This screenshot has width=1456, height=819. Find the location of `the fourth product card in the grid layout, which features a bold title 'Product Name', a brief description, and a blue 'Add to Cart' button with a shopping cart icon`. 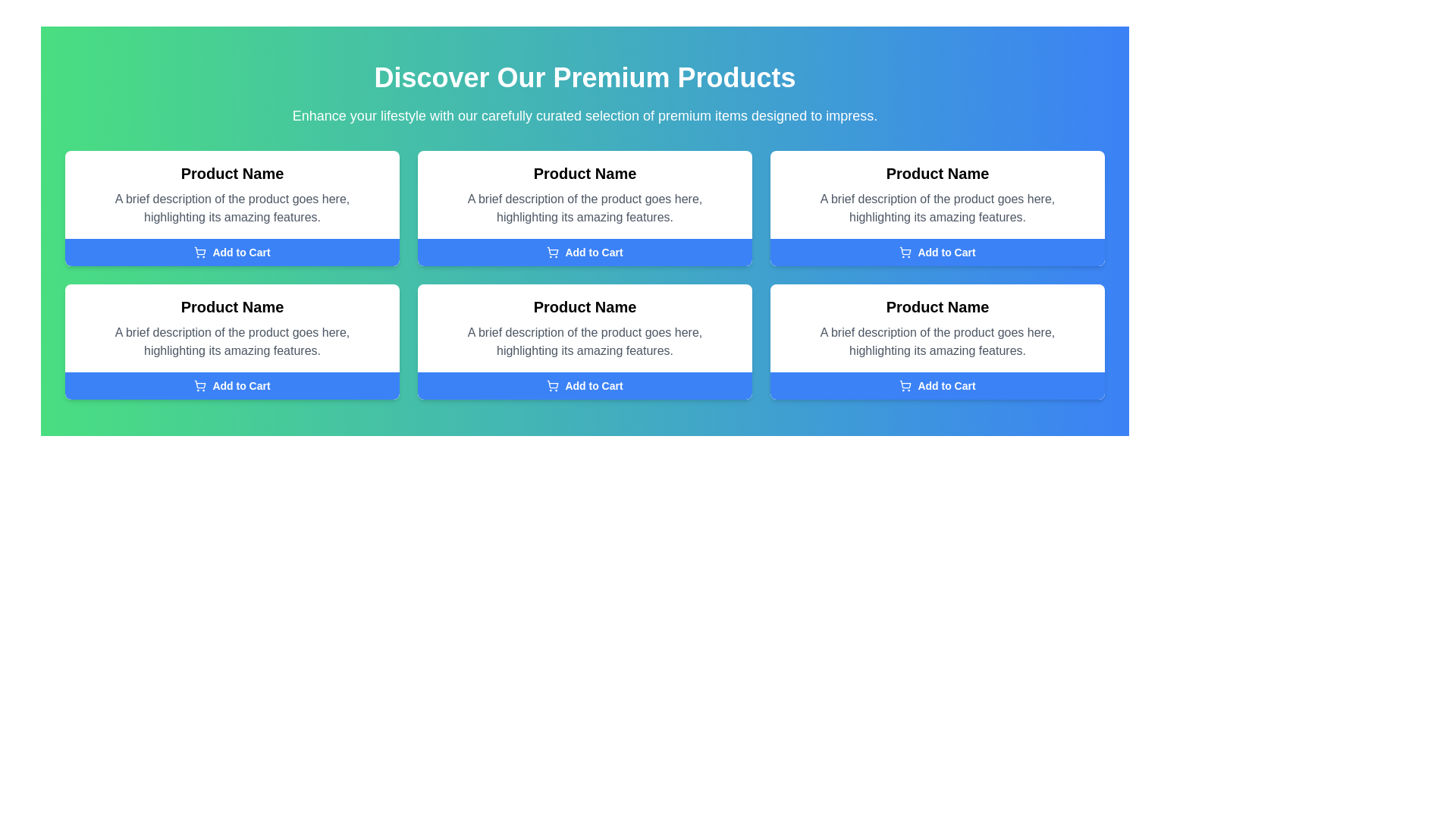

the fourth product card in the grid layout, which features a bold title 'Product Name', a brief description, and a blue 'Add to Cart' button with a shopping cart icon is located at coordinates (584, 342).